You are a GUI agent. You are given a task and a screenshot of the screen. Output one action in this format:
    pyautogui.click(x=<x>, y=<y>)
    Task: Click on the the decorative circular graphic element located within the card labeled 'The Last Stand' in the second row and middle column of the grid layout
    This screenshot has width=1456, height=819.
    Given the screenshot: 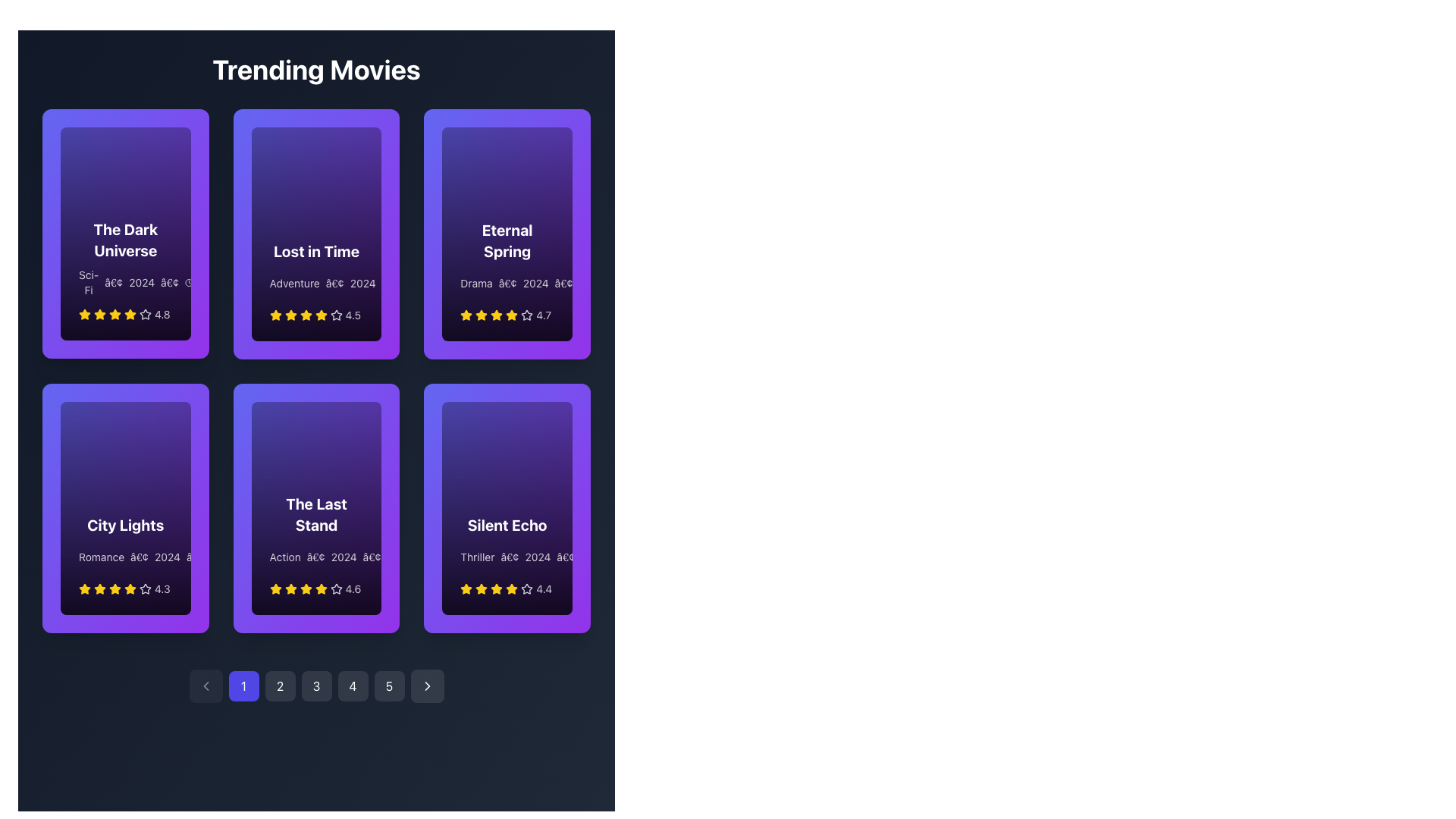 What is the action you would take?
    pyautogui.click(x=346, y=415)
    